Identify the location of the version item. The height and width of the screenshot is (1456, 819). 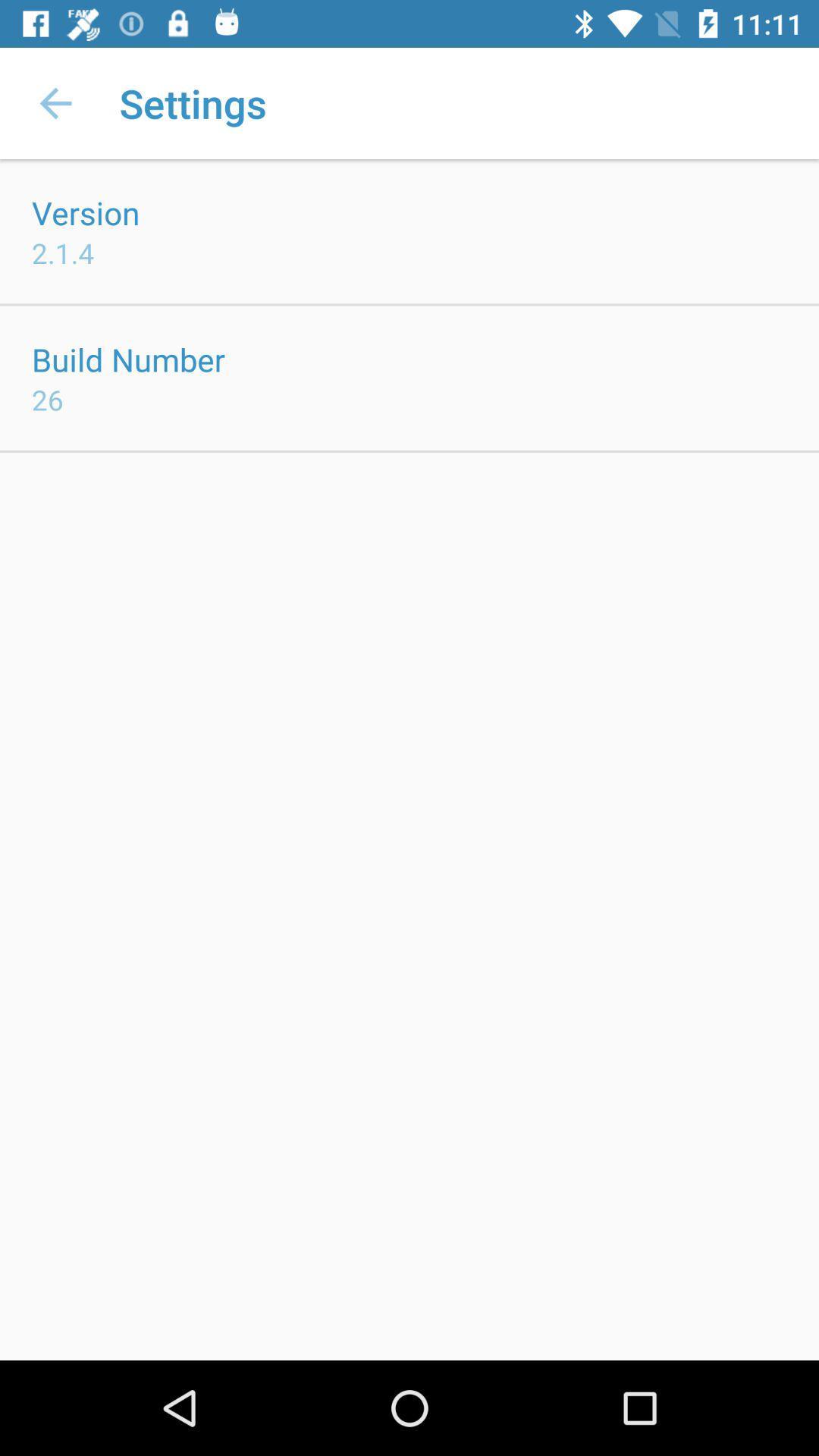
(86, 212).